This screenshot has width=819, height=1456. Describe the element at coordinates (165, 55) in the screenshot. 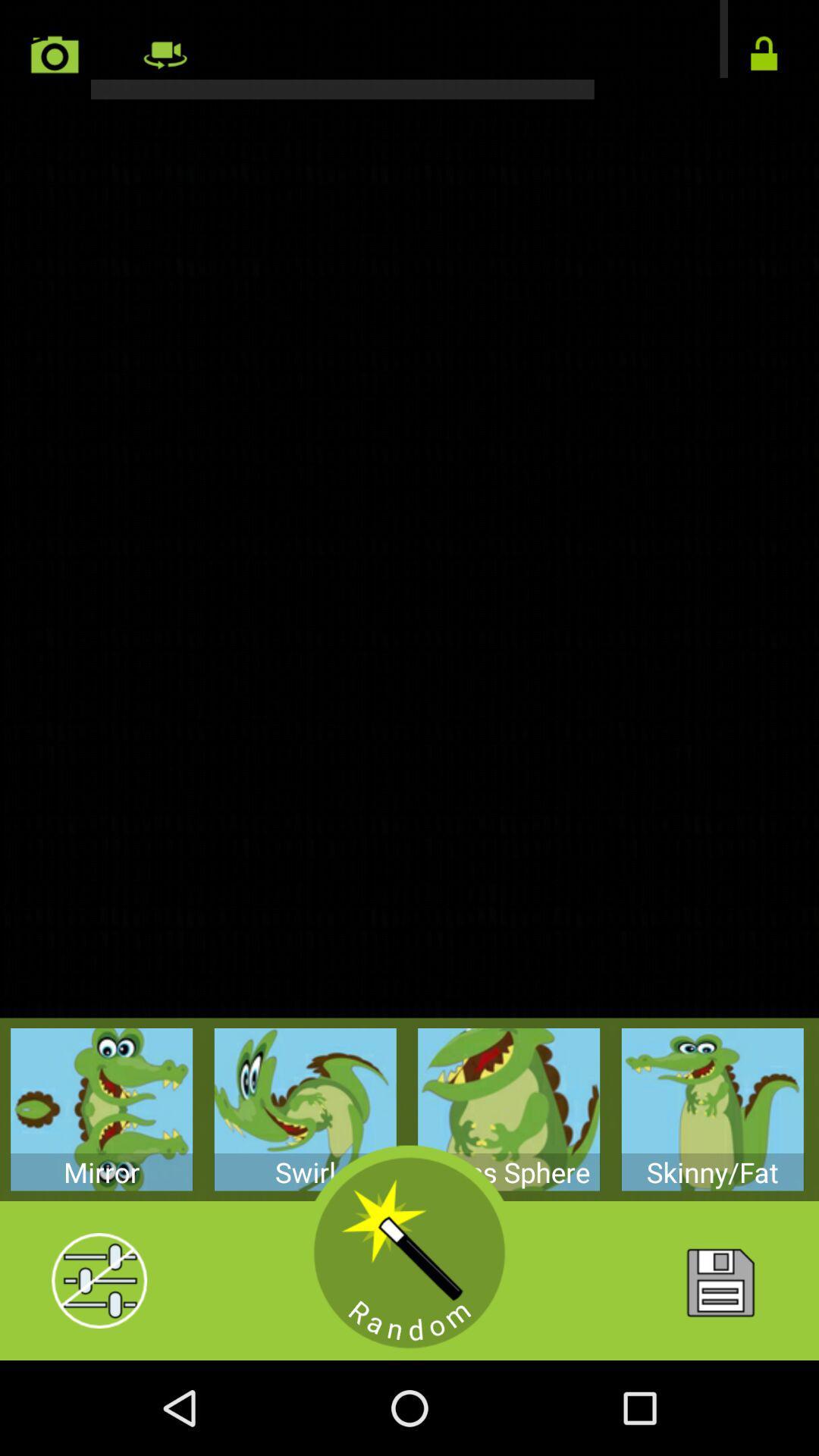

I see `switch to front facing camera` at that location.